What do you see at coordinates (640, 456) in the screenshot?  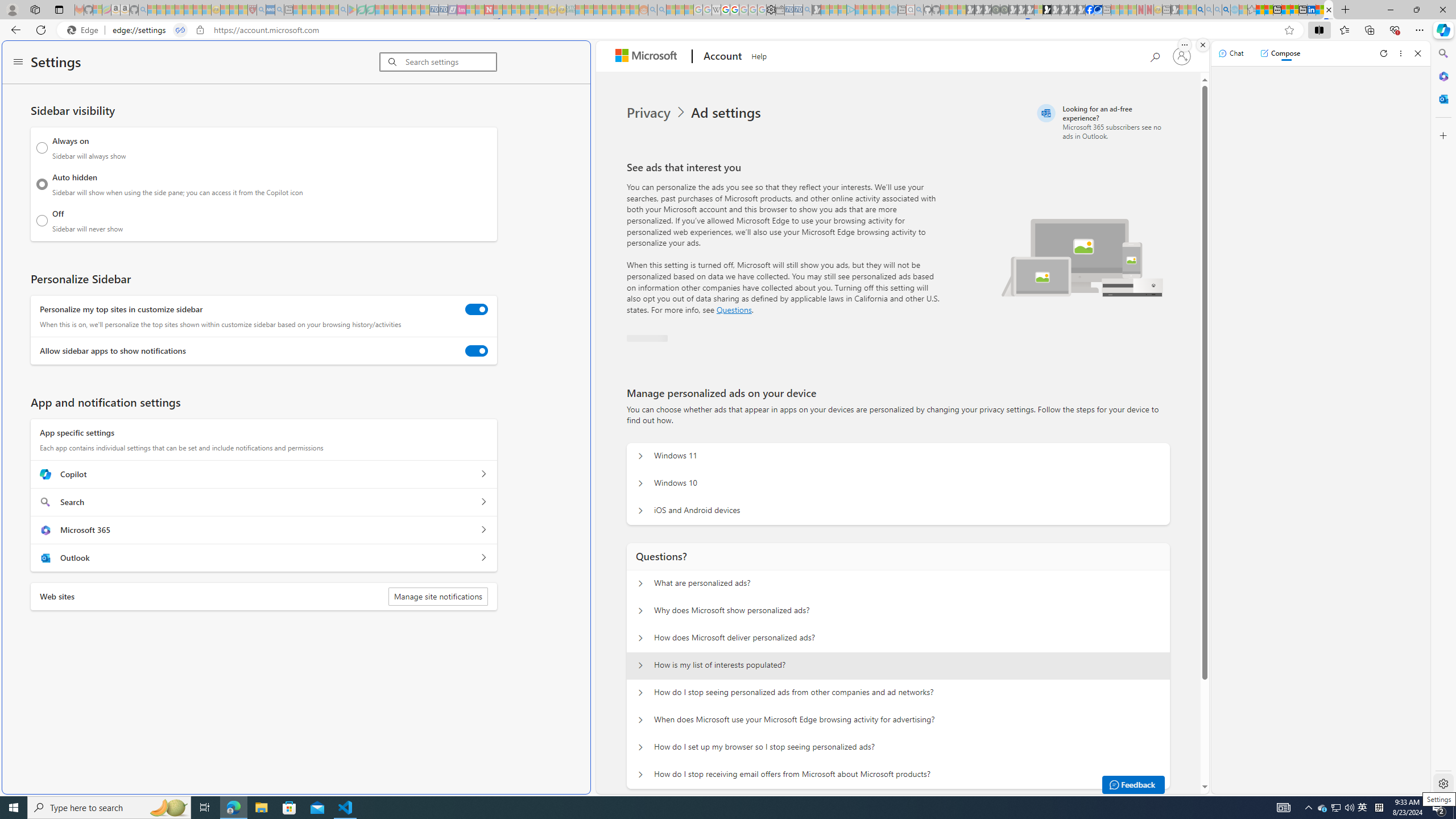 I see `'Manage personalized ads on your device Windows 11'` at bounding box center [640, 456].